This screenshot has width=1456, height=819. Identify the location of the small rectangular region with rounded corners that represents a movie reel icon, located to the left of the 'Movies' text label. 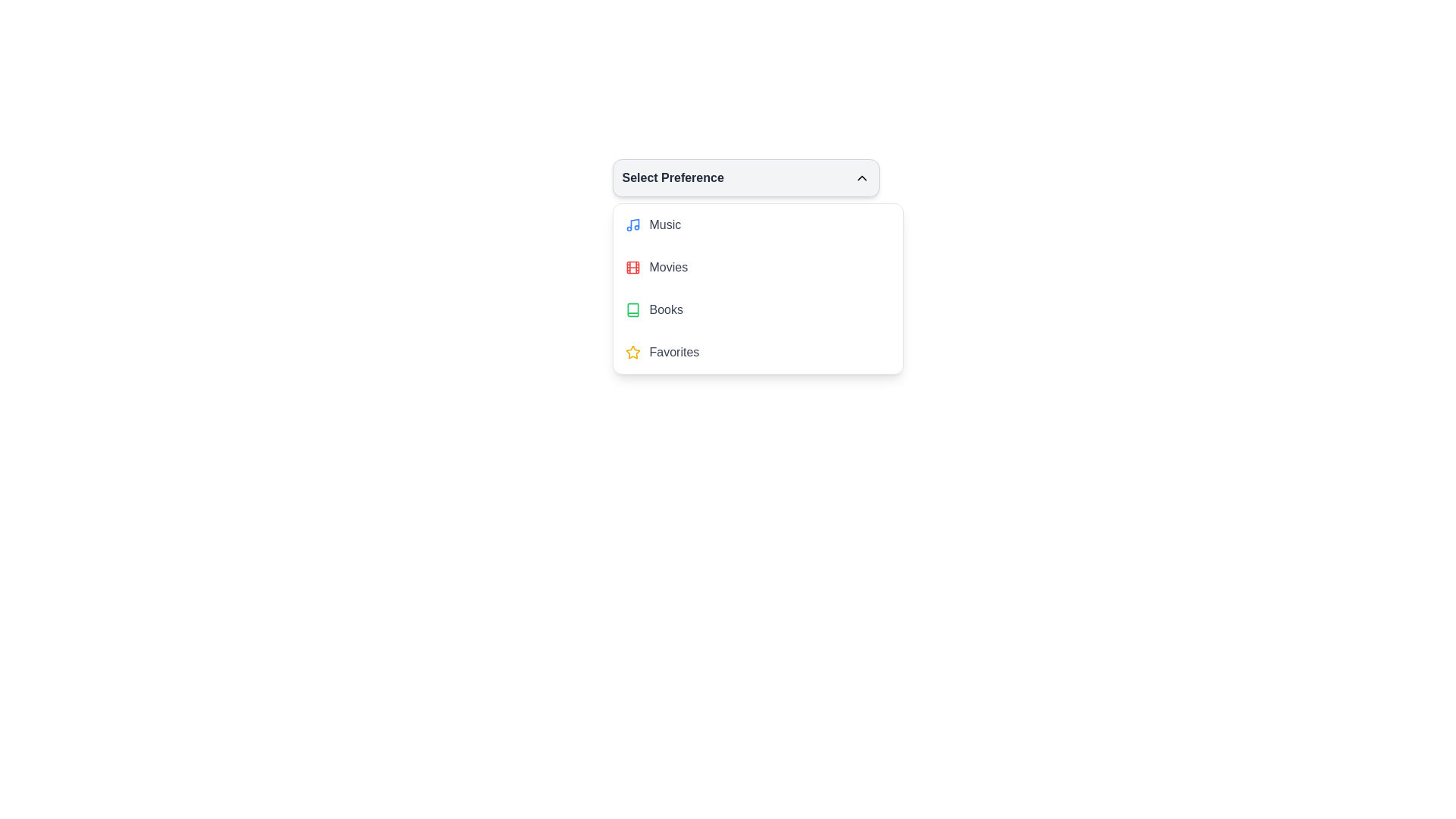
(632, 267).